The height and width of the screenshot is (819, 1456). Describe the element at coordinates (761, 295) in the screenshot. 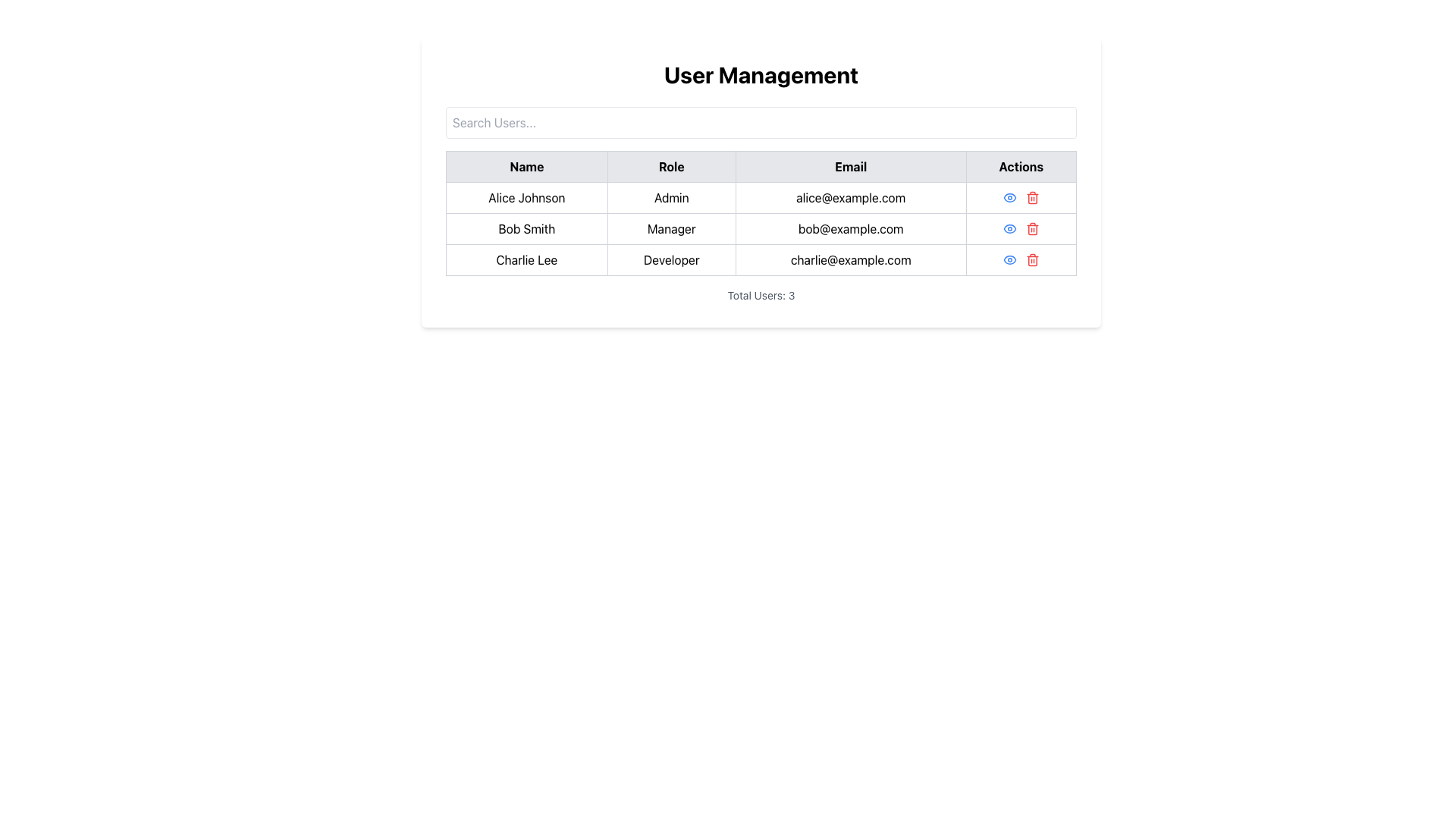

I see `text element displaying 'Total Users: 3', which is centered below a table in the user interface` at that location.